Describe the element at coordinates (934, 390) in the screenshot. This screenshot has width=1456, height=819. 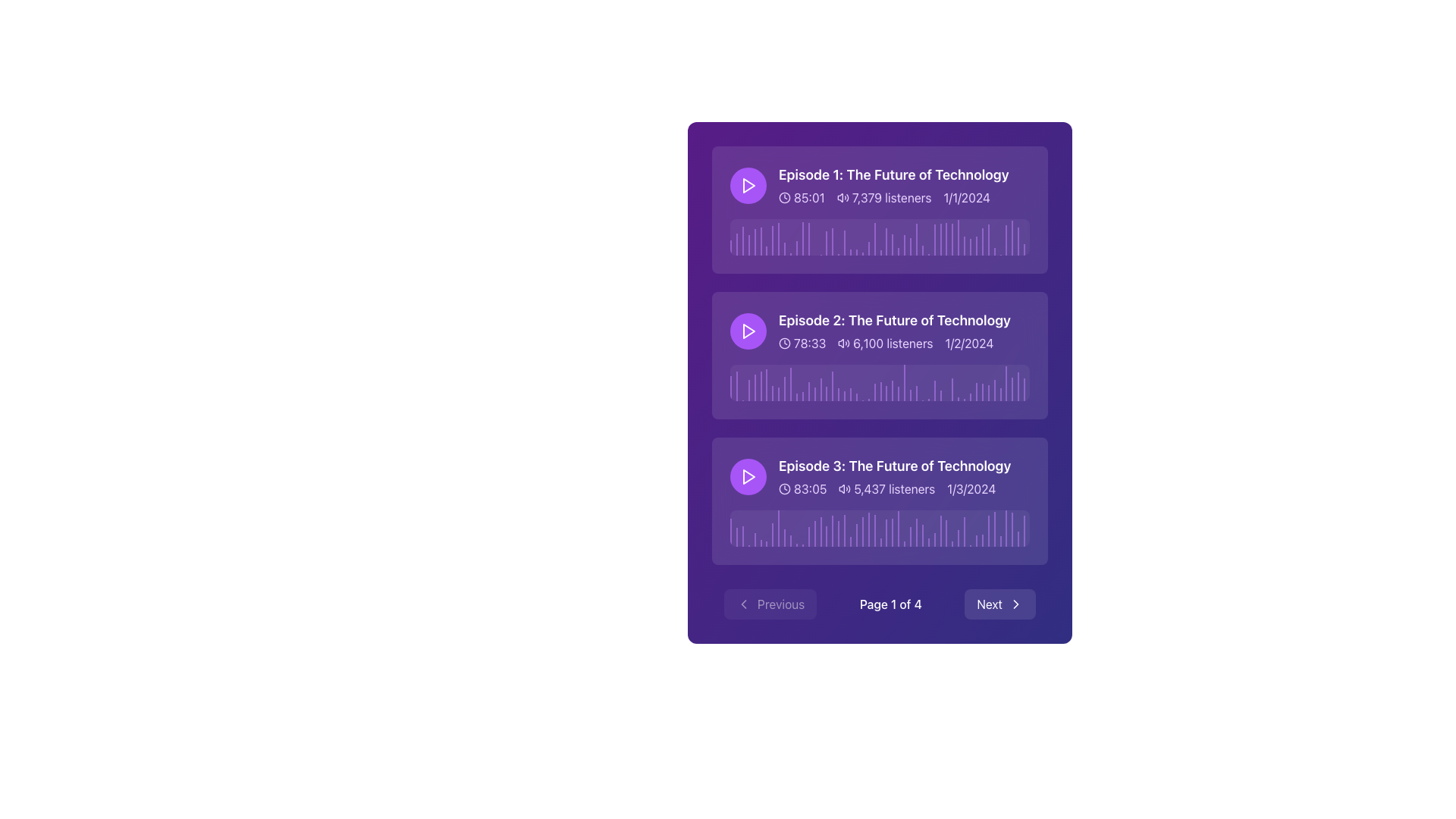
I see `the 35th vertical purple bar in the graphical audio waveform representation within the playlist UI` at that location.